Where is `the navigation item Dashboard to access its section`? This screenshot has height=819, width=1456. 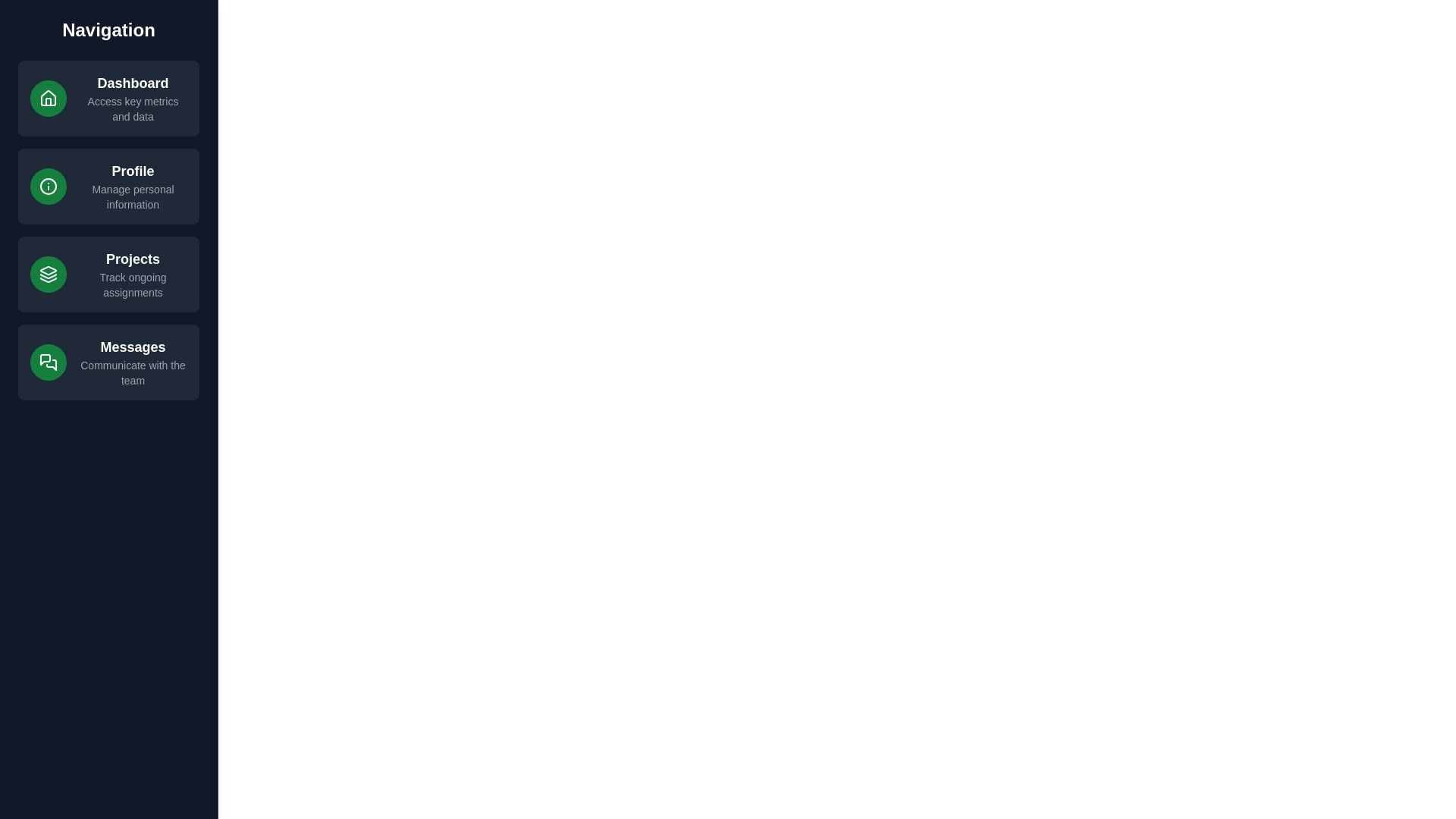 the navigation item Dashboard to access its section is located at coordinates (108, 99).